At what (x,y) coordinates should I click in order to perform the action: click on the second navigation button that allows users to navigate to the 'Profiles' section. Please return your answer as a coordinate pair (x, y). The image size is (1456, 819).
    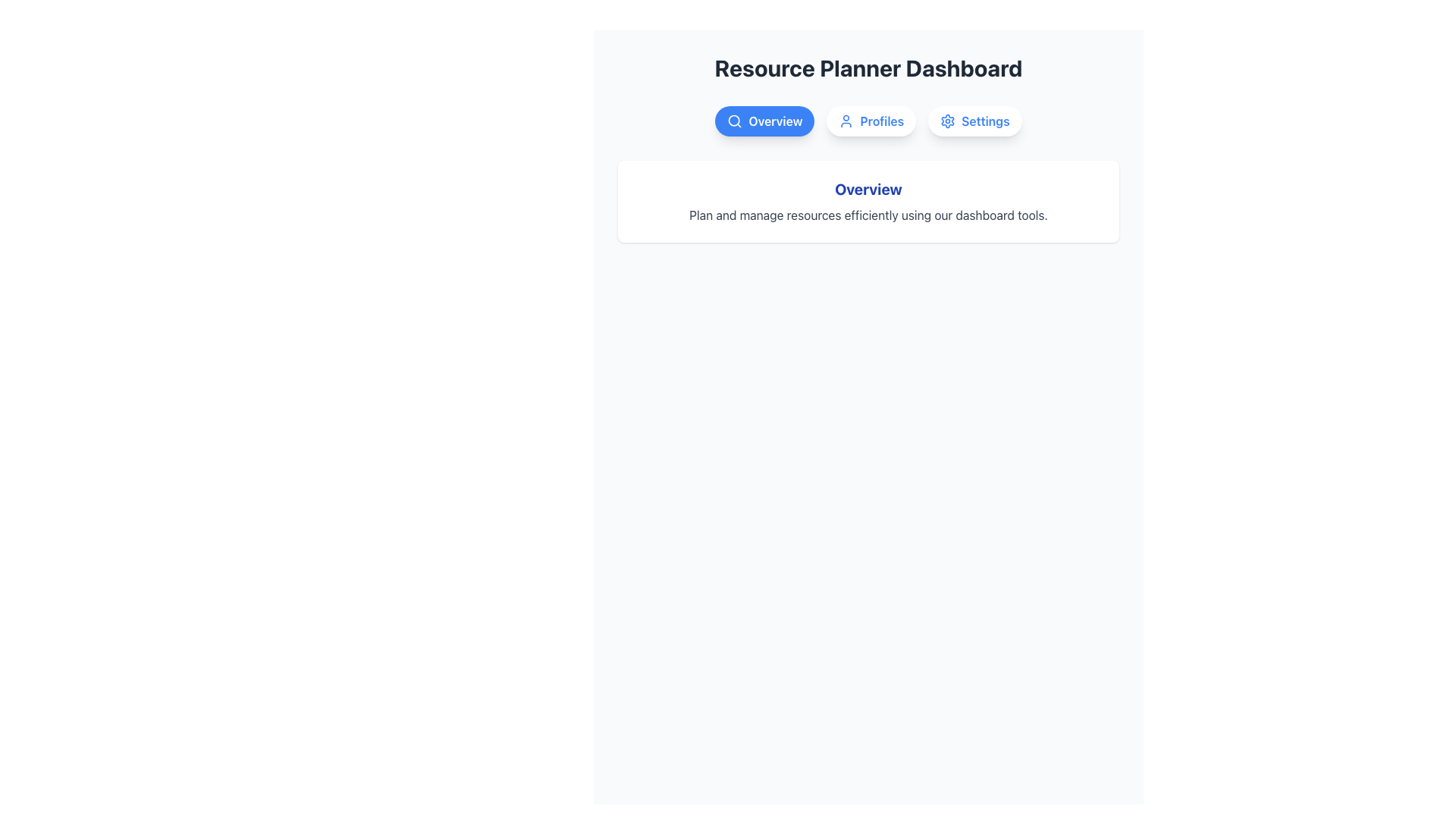
    Looking at the image, I should click on (868, 120).